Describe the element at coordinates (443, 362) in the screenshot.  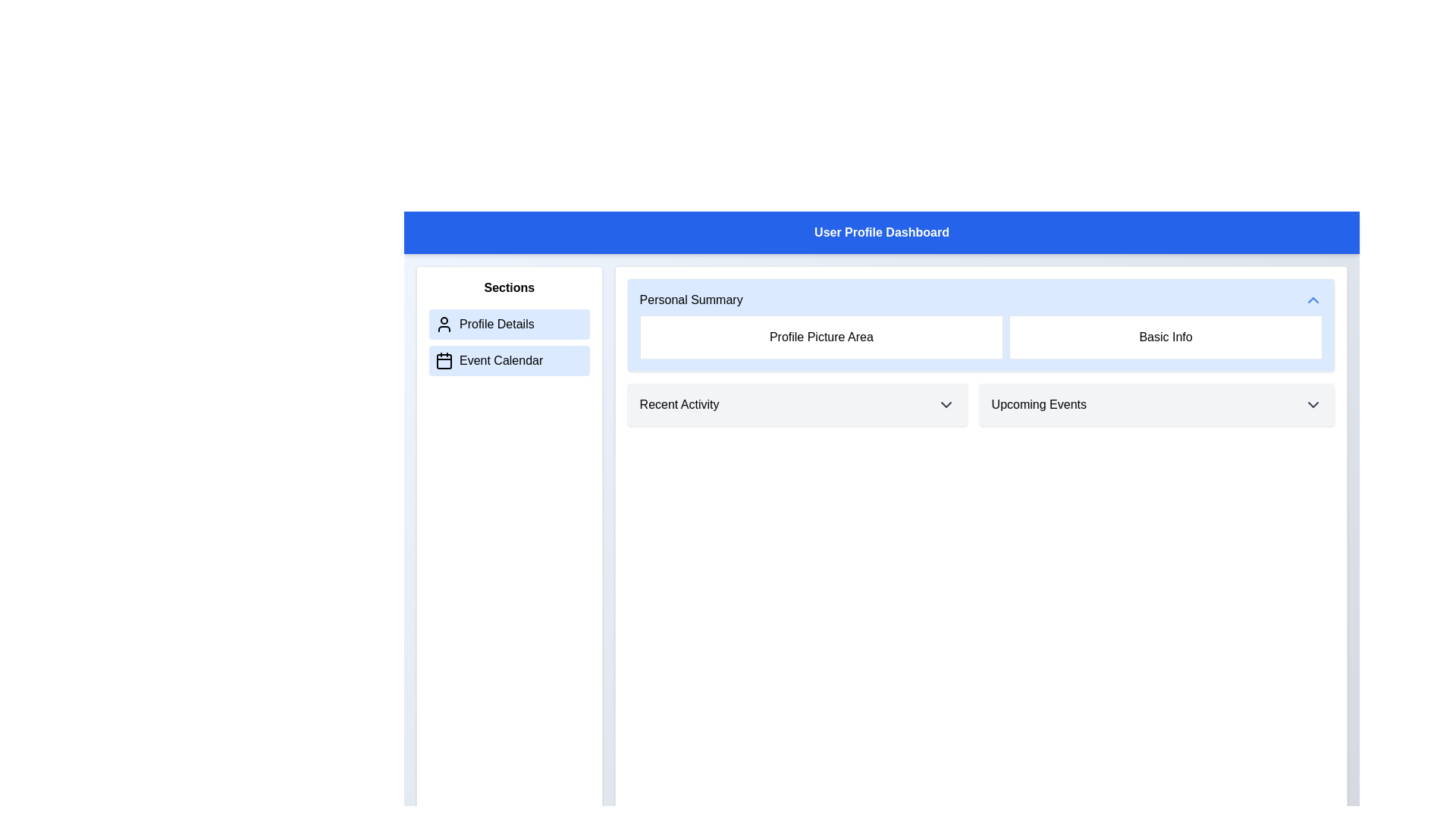
I see `the Calendar icon located in the sidebar menu under the 'Event Calendar' tab, which is represented as a rounded rectangular SVG component` at that location.